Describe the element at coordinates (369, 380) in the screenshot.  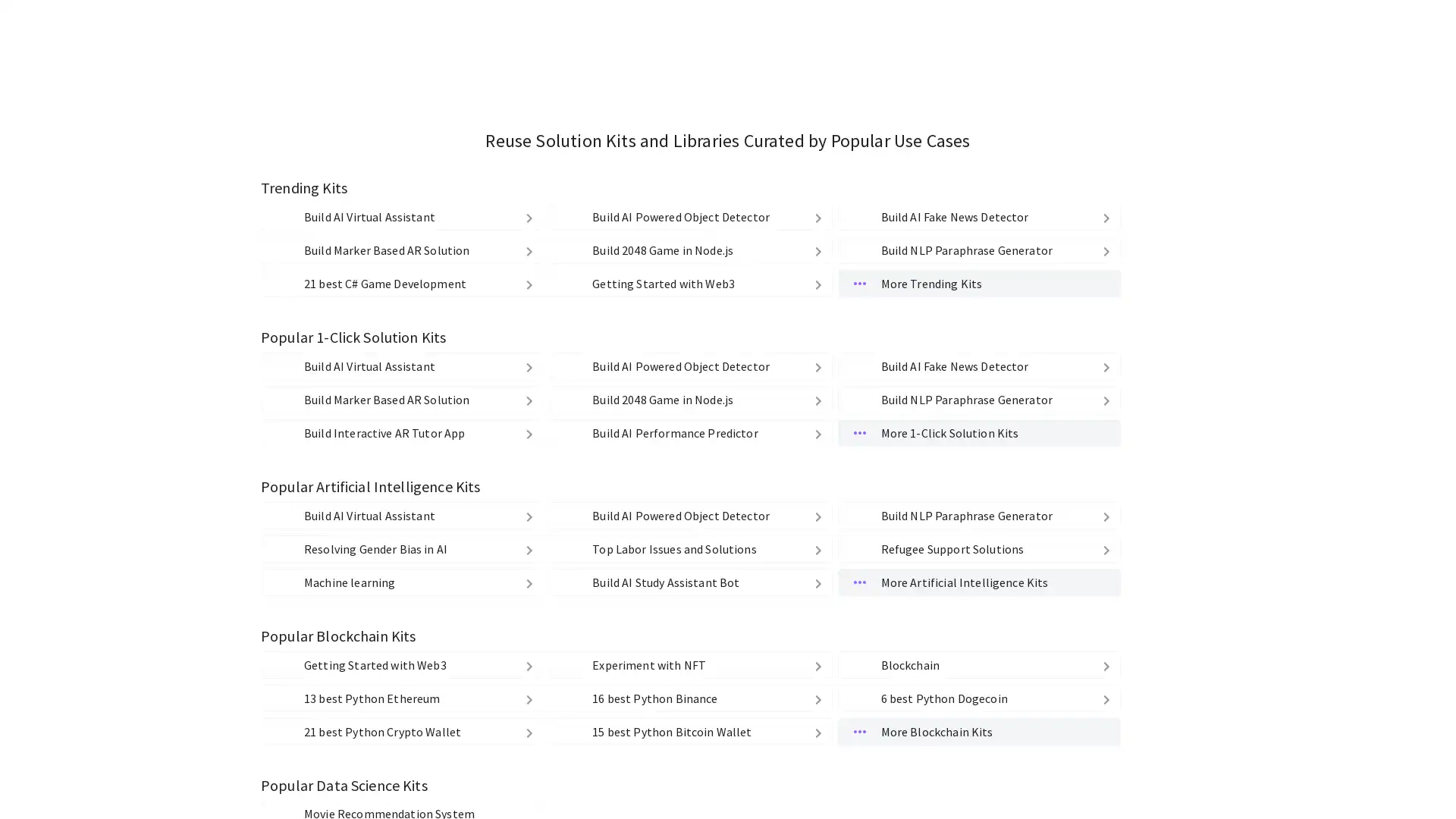
I see `Java Java` at that location.